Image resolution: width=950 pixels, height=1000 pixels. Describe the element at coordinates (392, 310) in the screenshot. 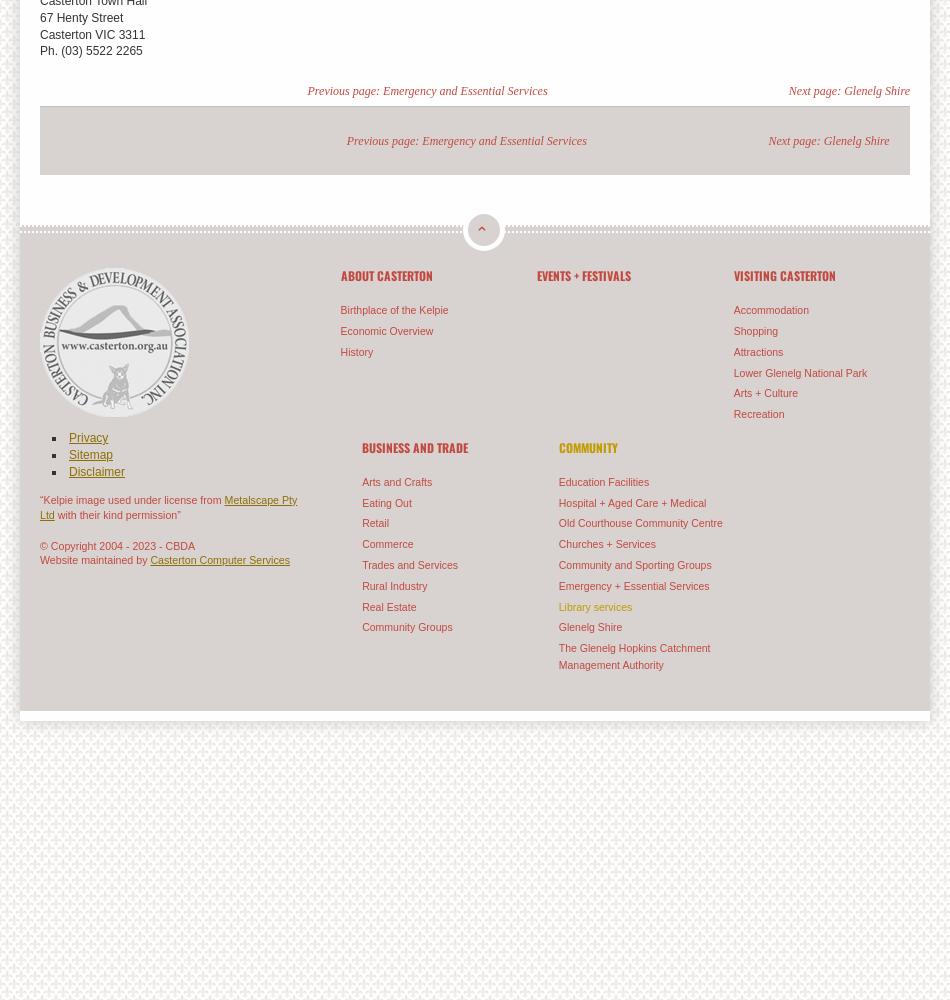

I see `'Birthplace of the Kelpie'` at that location.